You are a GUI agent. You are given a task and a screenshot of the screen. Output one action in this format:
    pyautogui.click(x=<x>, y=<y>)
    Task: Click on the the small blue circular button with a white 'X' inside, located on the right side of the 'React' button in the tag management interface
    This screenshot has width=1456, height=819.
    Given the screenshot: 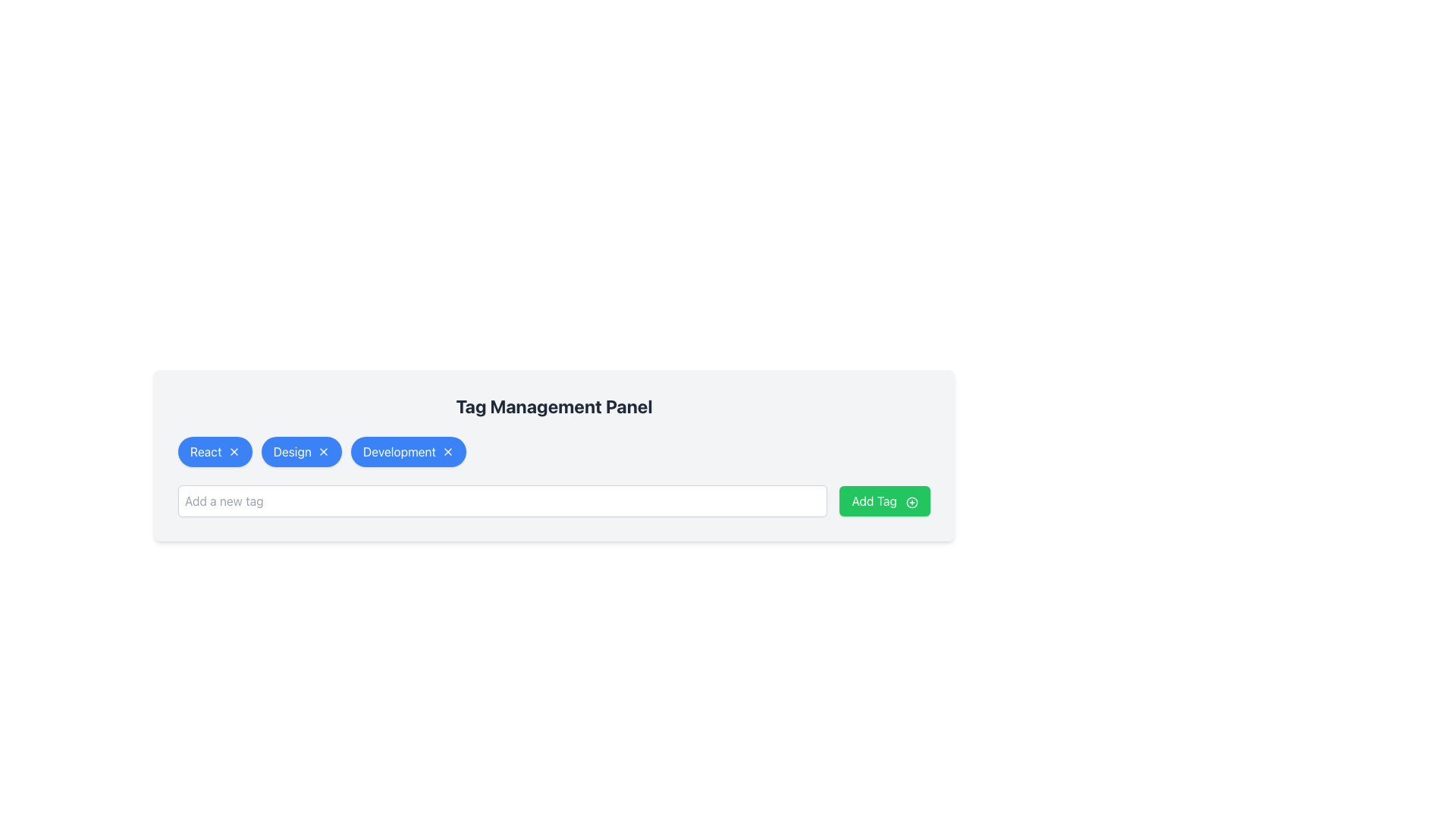 What is the action you would take?
    pyautogui.click(x=233, y=451)
    